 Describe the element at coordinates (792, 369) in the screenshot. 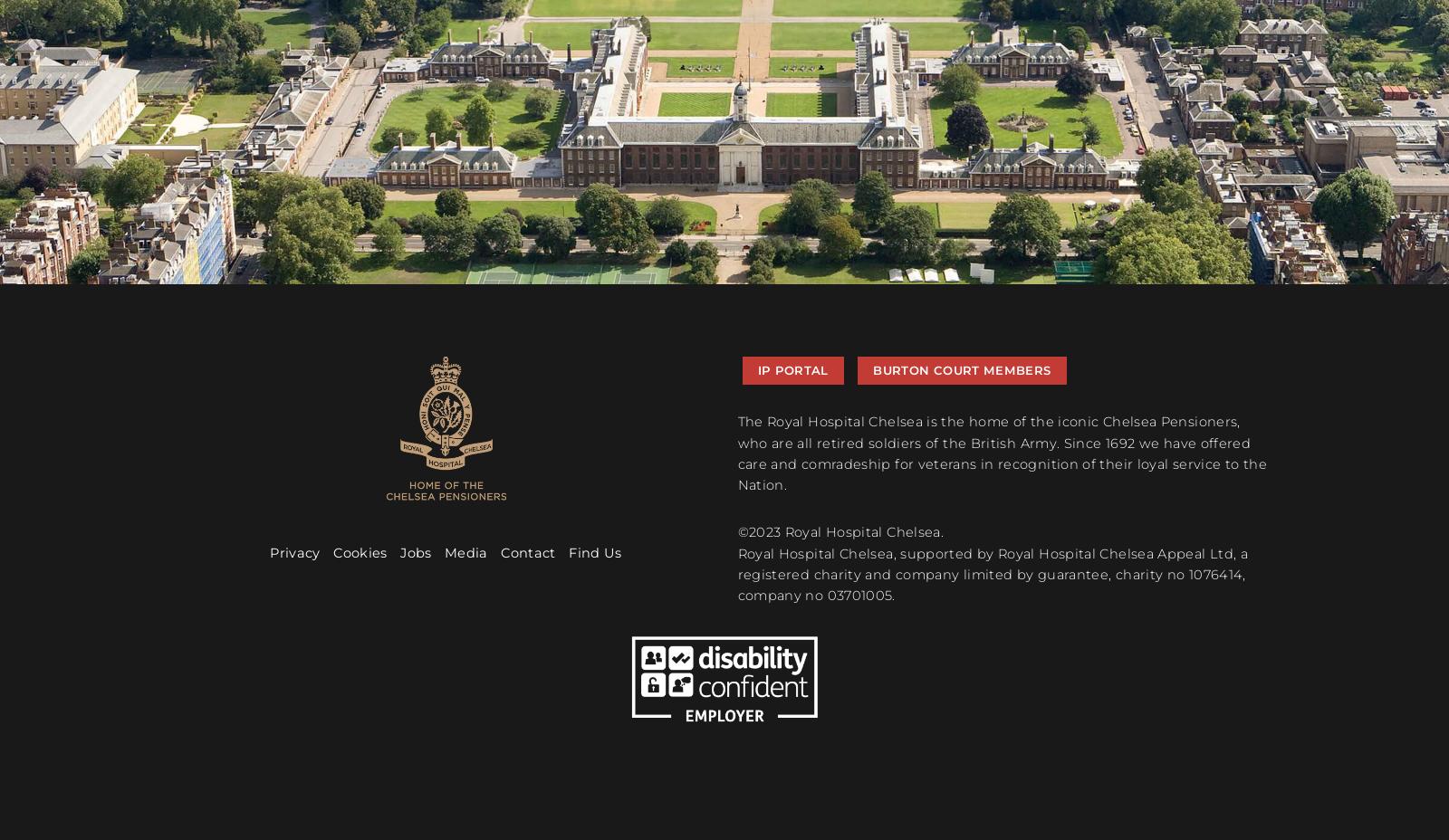

I see `'IP Portal'` at that location.